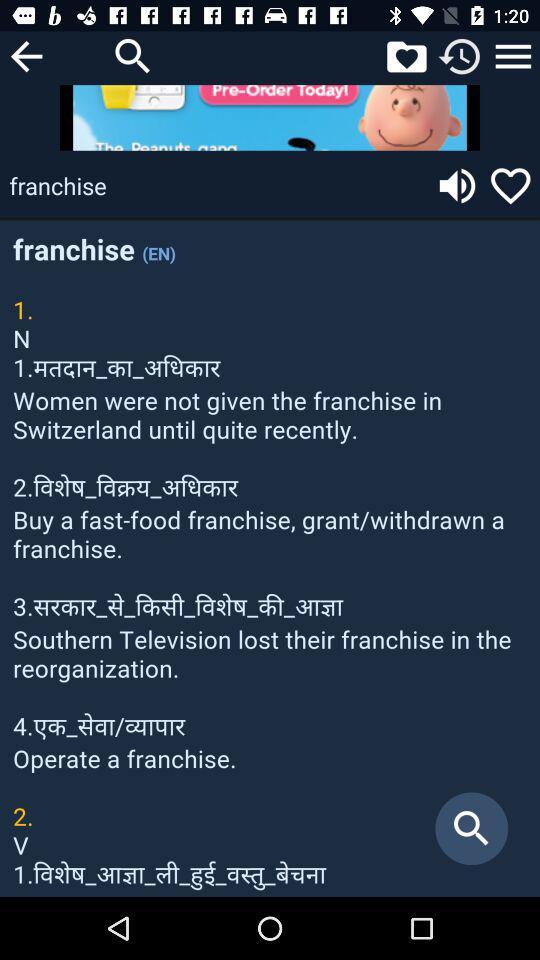  What do you see at coordinates (460, 55) in the screenshot?
I see `alaram set option` at bounding box center [460, 55].